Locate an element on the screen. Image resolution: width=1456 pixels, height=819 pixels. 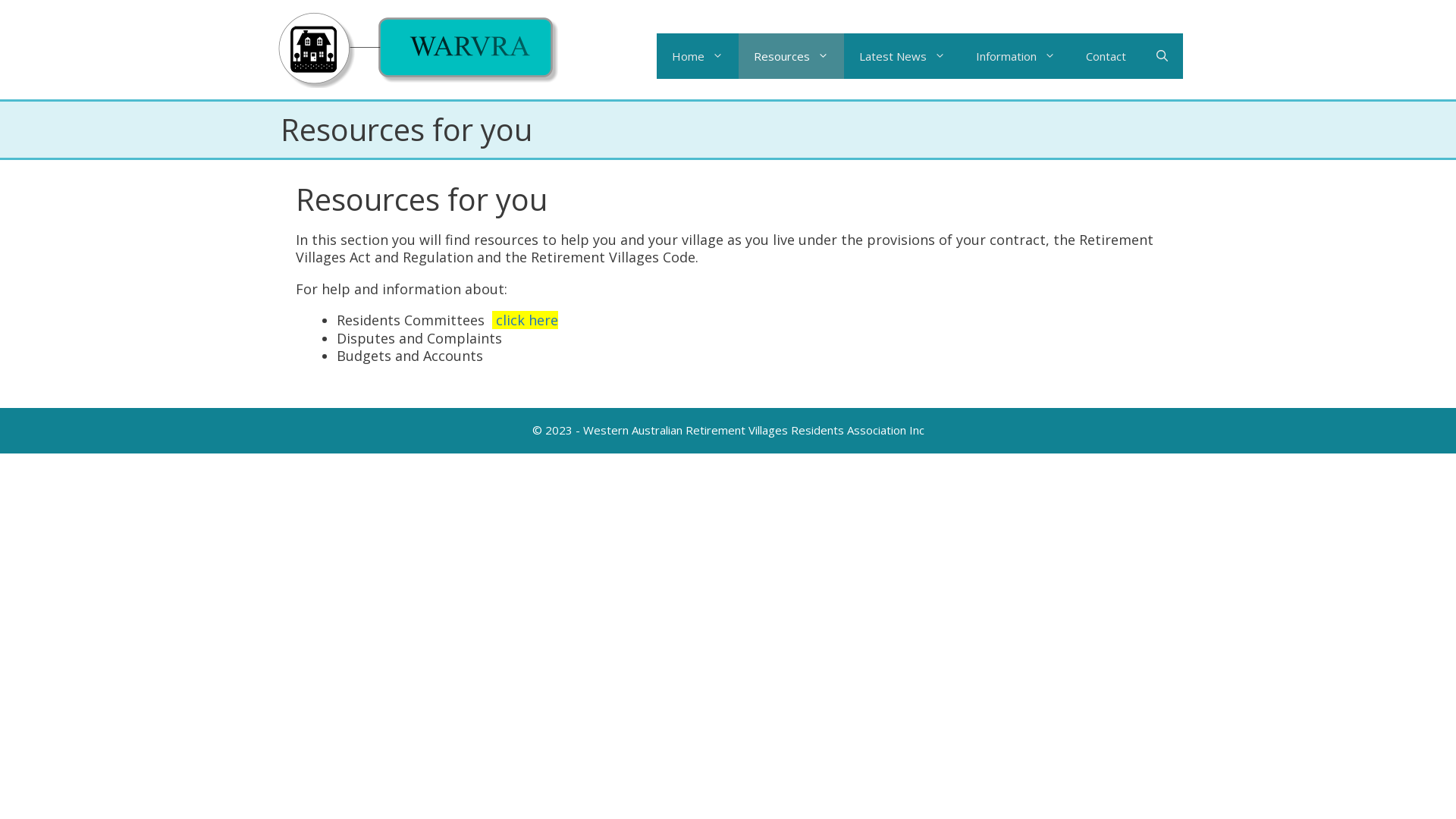
'click here' is located at coordinates (527, 318).